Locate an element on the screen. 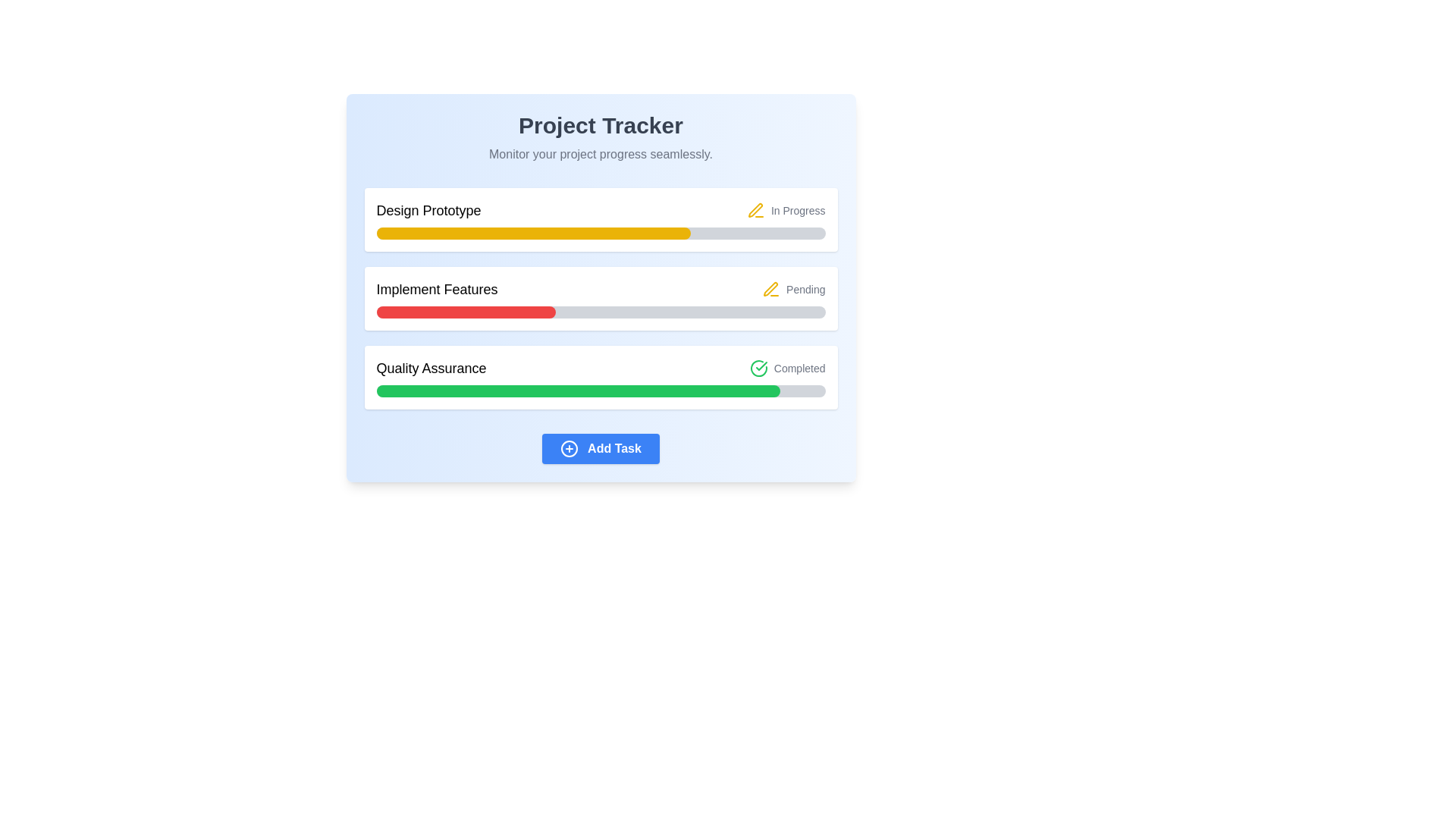 The height and width of the screenshot is (819, 1456). the 'In Progress' text label located in the top-right corner of the 'Design Prototype' task row, adjacent to the yellow progress bar and pencil icon is located at coordinates (797, 210).